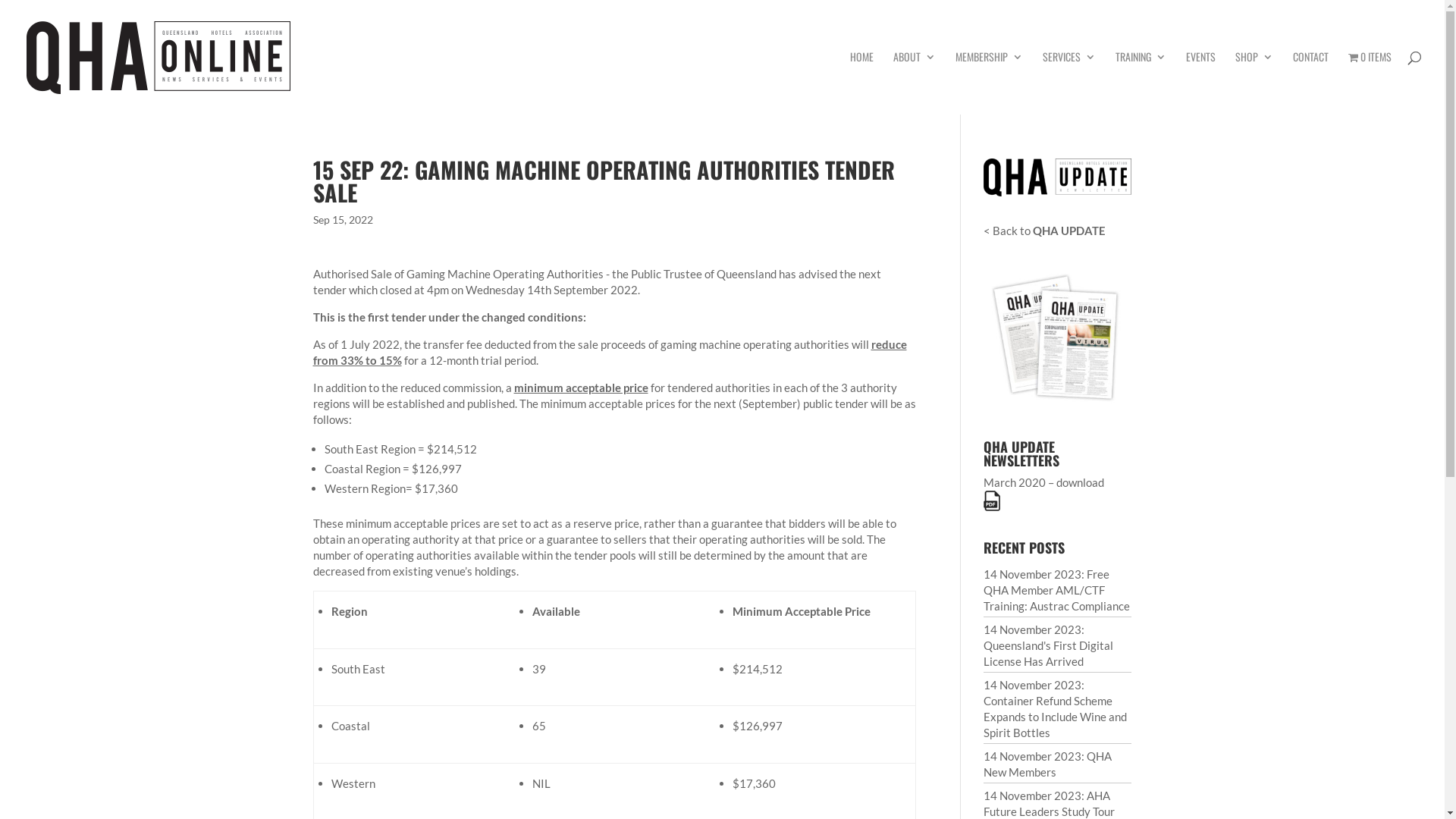 The width and height of the screenshot is (1456, 819). I want to click on 'EVENTS', so click(1200, 82).